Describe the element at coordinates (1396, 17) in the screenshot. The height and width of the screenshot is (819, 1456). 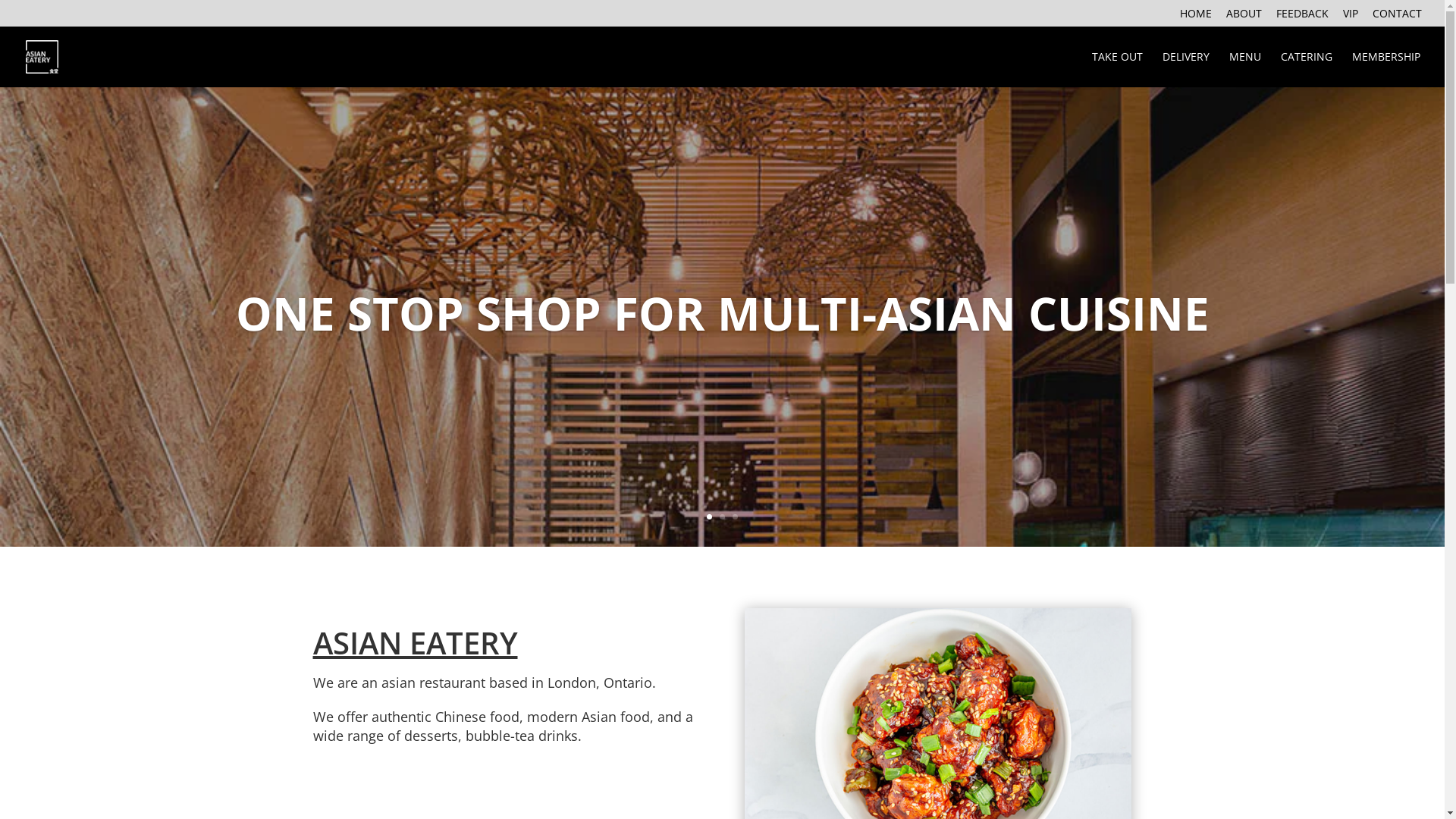
I see `'CONTACT'` at that location.